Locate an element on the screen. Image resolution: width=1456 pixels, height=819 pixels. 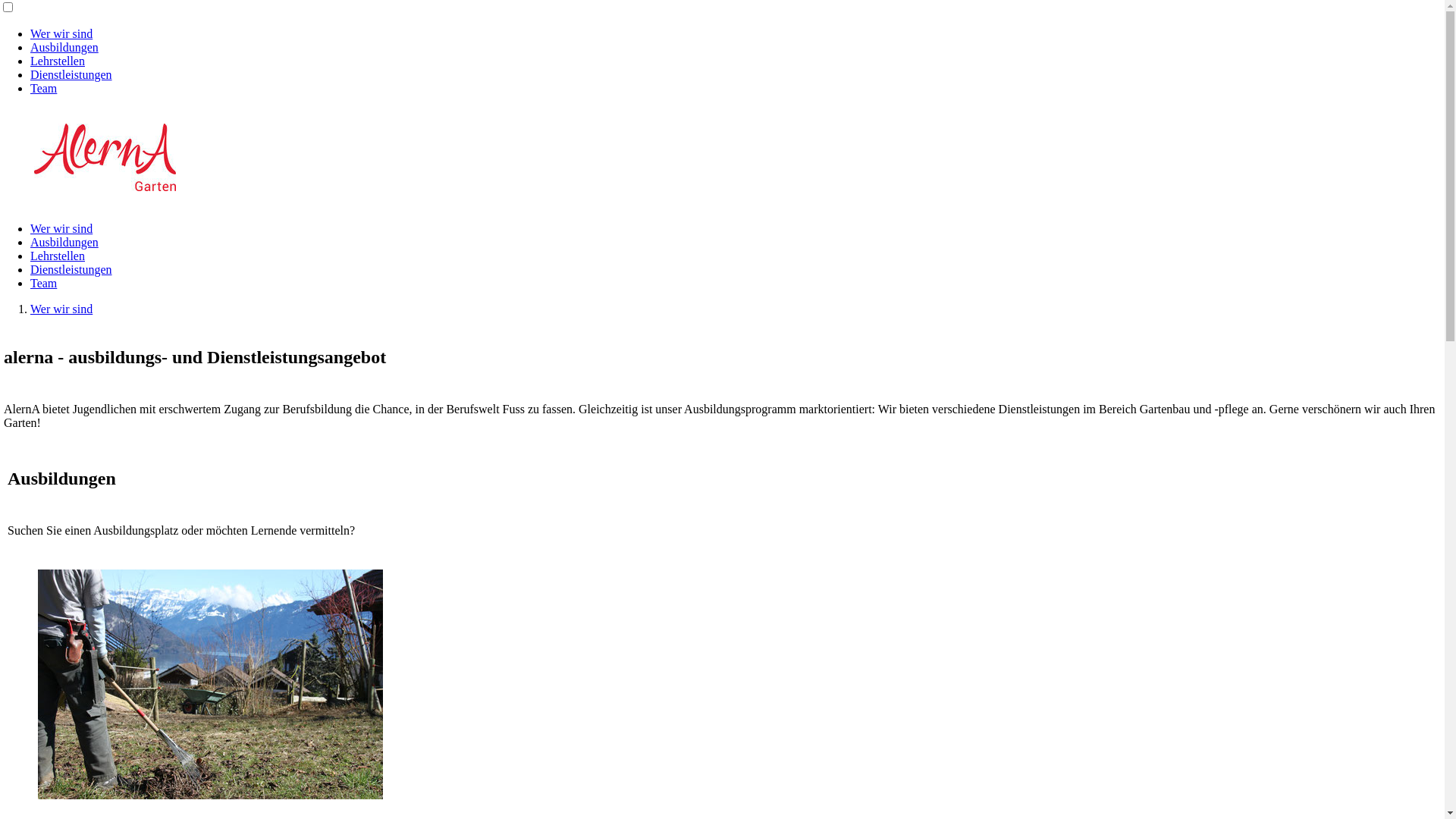
'Wer wir sind' is located at coordinates (61, 33).